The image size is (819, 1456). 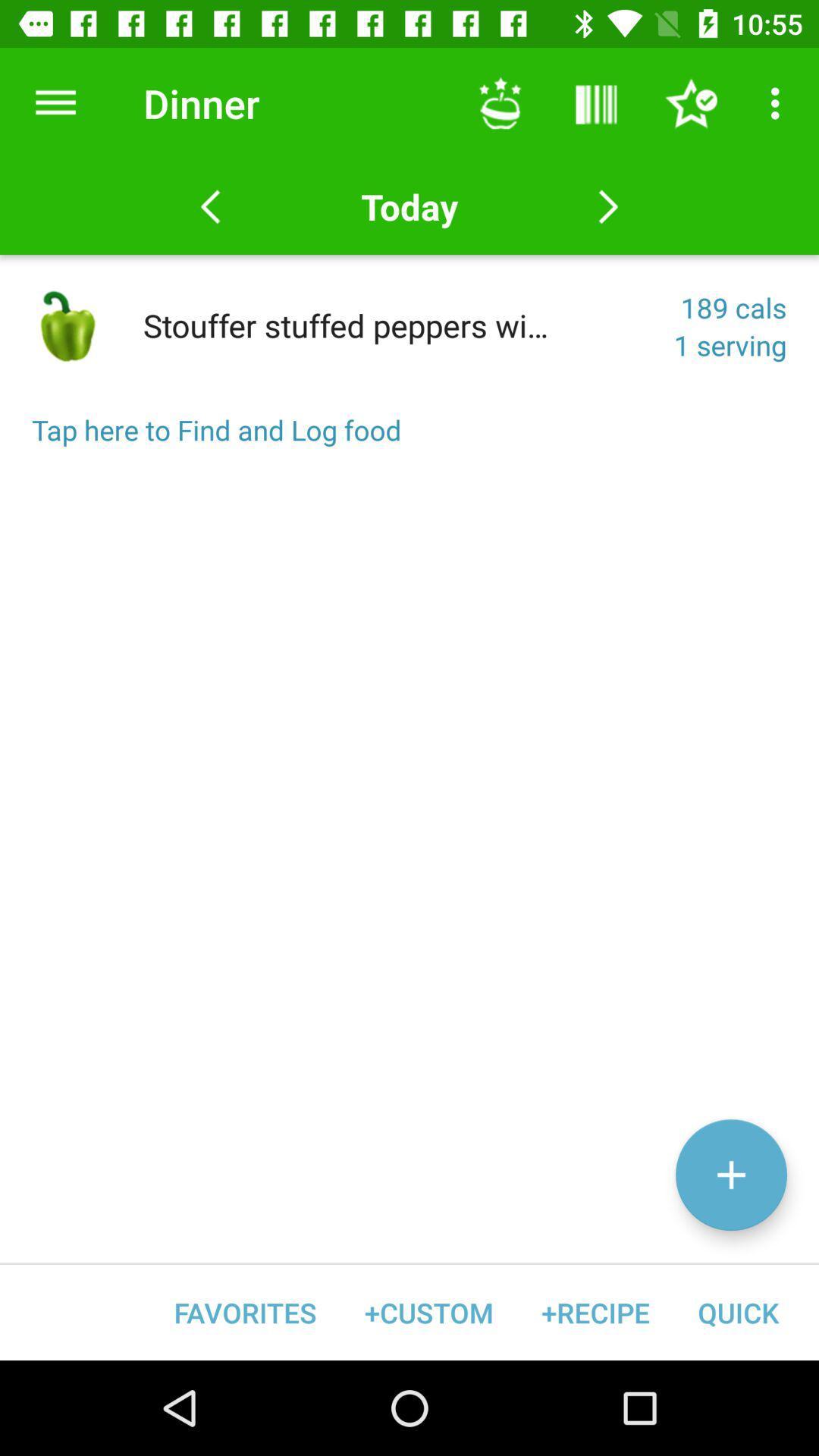 I want to click on the previous, so click(x=210, y=206).